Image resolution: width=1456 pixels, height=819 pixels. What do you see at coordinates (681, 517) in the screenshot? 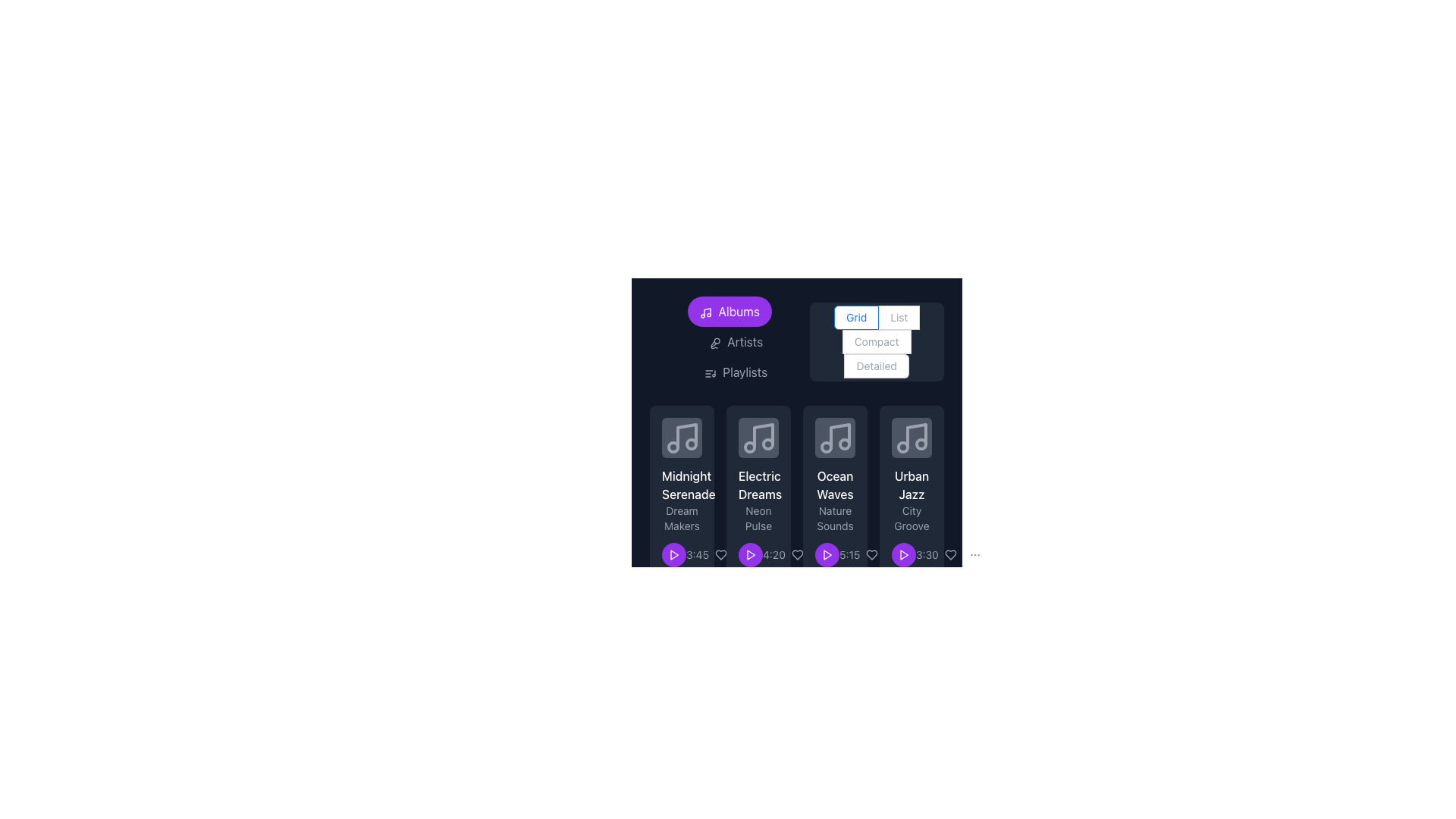
I see `the static text label reading 'Dream Makers' located at the bottom of the leftmost card in a 4-card grid, which is styled with a dark background and smaller gray font` at bounding box center [681, 517].